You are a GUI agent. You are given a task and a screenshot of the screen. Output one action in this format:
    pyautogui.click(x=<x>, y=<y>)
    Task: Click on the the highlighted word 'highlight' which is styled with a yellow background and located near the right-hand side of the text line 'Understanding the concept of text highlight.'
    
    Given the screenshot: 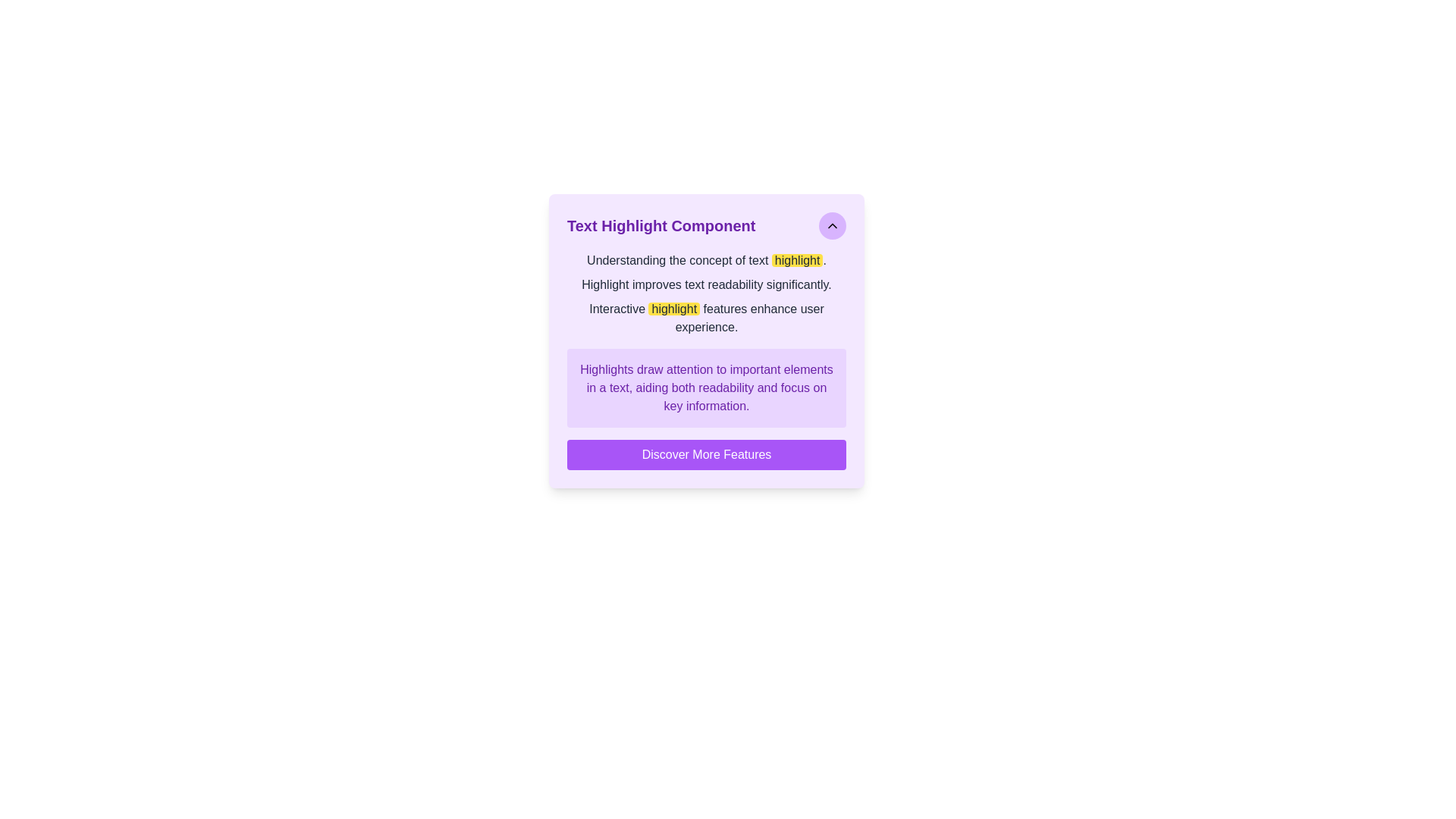 What is the action you would take?
    pyautogui.click(x=796, y=259)
    